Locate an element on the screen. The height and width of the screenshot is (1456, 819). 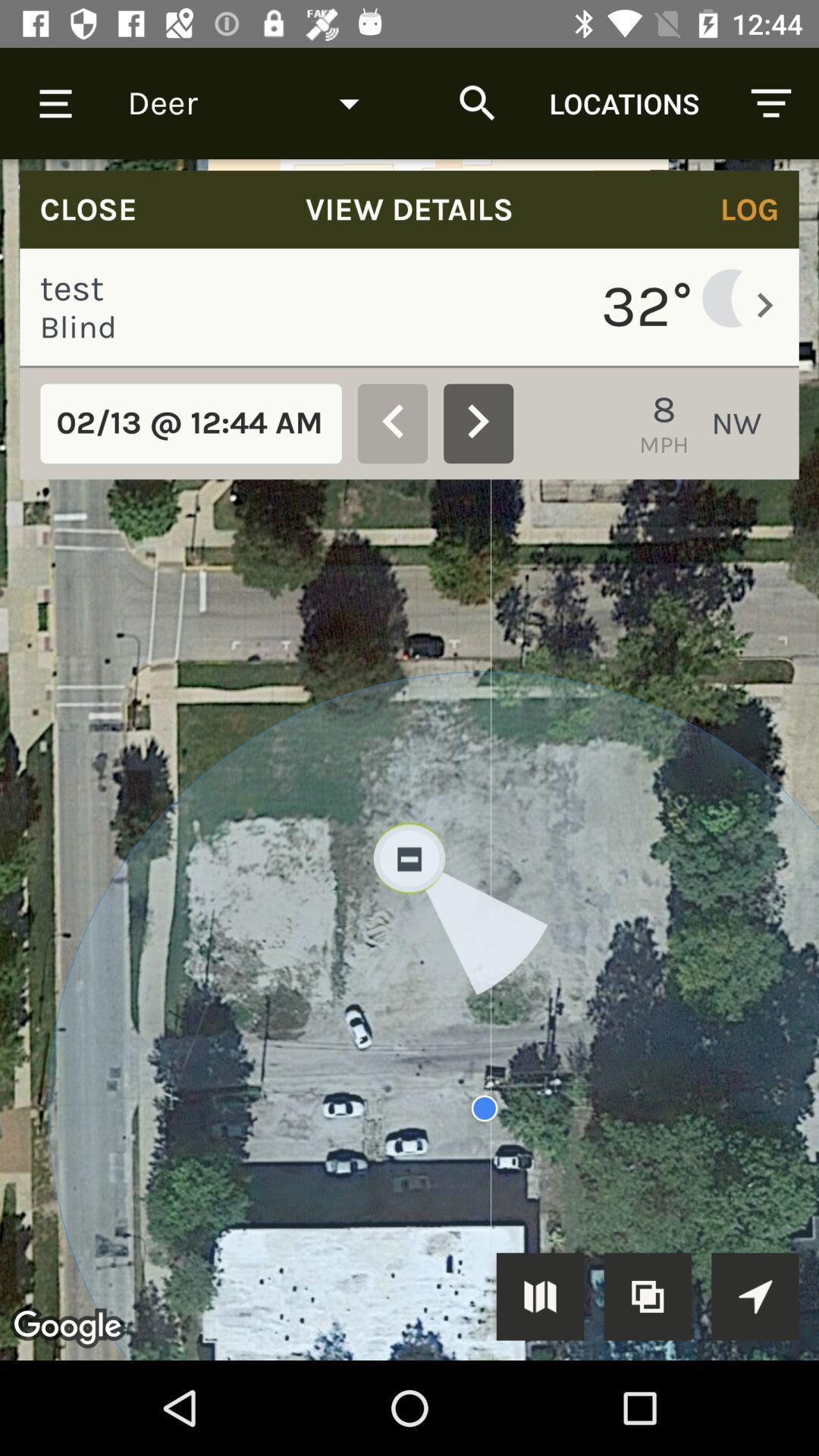
arrow is located at coordinates (755, 1295).